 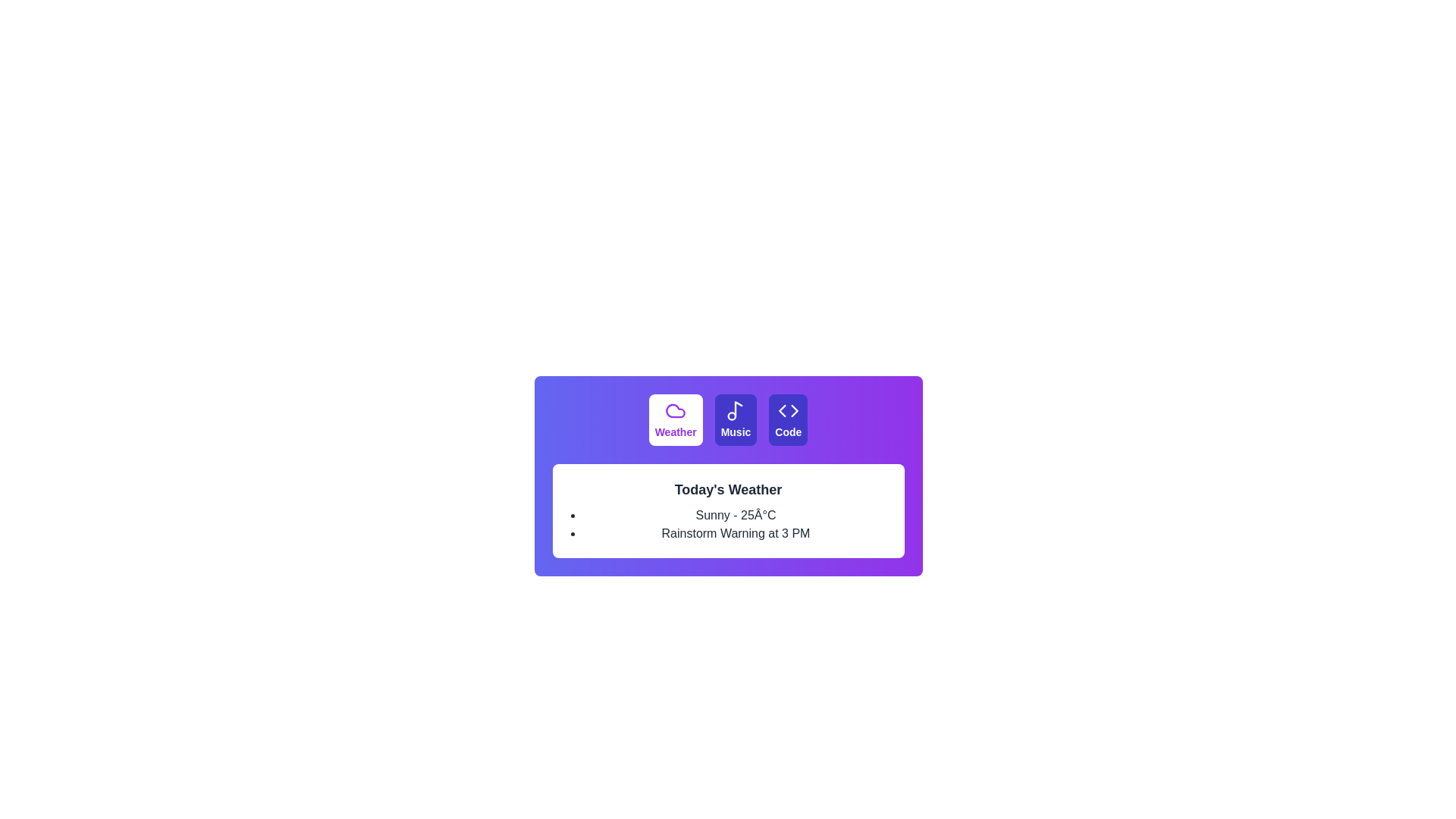 I want to click on the 'Music' button in the group of horizontally laid out buttons for navigating options like 'Weather', 'Music', and 'Code', so click(x=728, y=420).